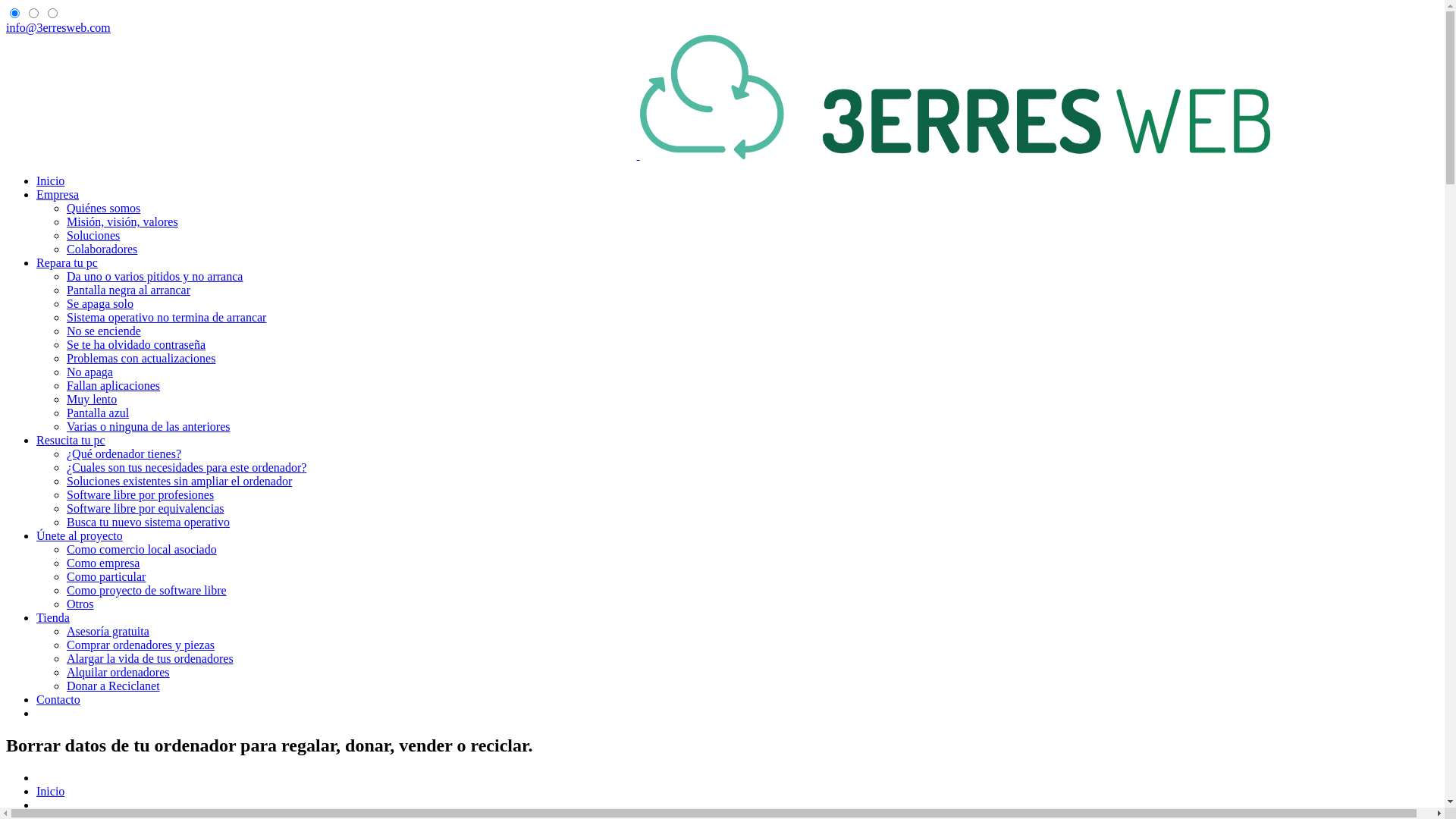  Describe the element at coordinates (90, 398) in the screenshot. I see `'Muy lento'` at that location.